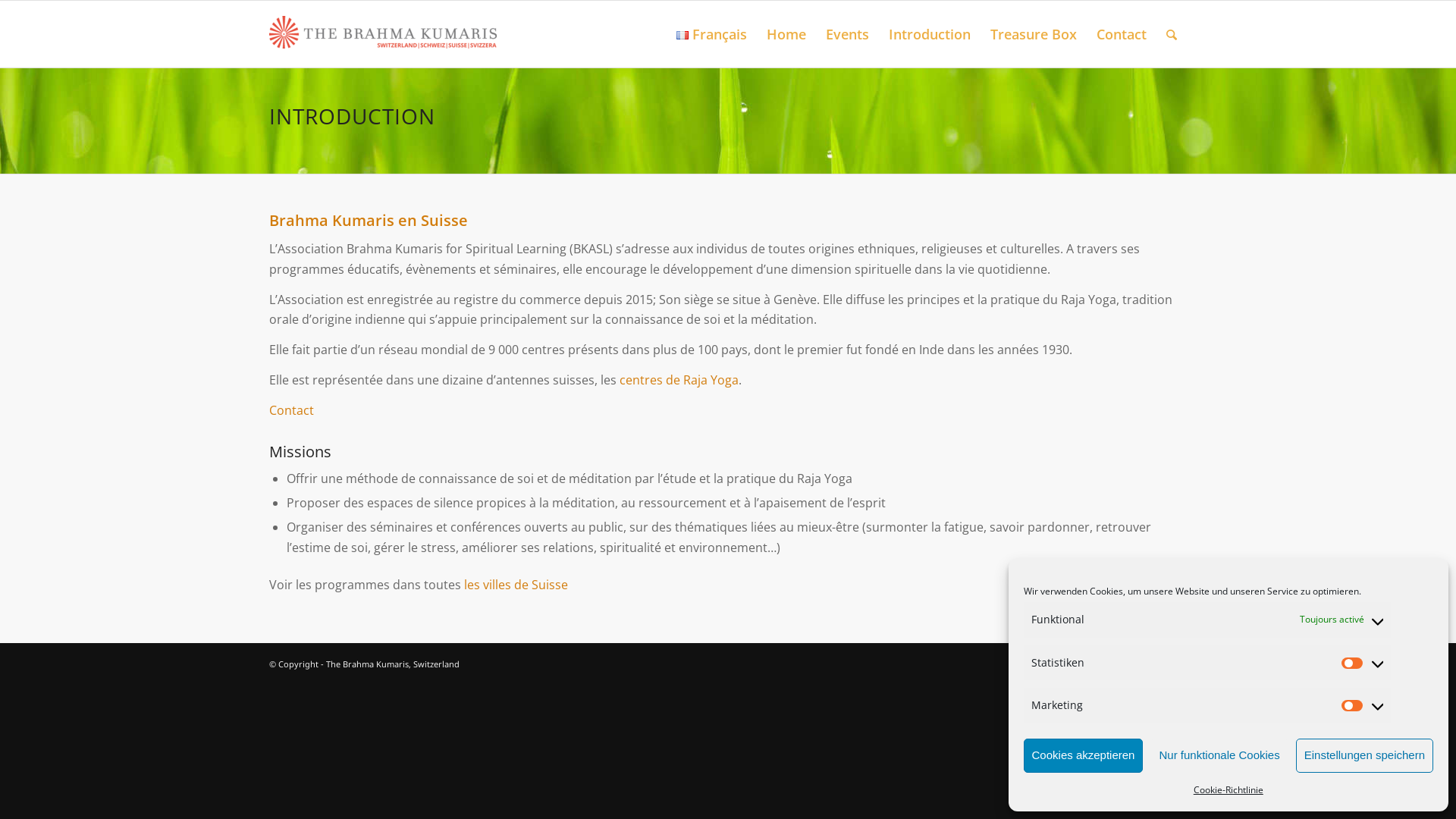 This screenshot has width=1456, height=819. Describe the element at coordinates (878, 34) in the screenshot. I see `'Introduction'` at that location.